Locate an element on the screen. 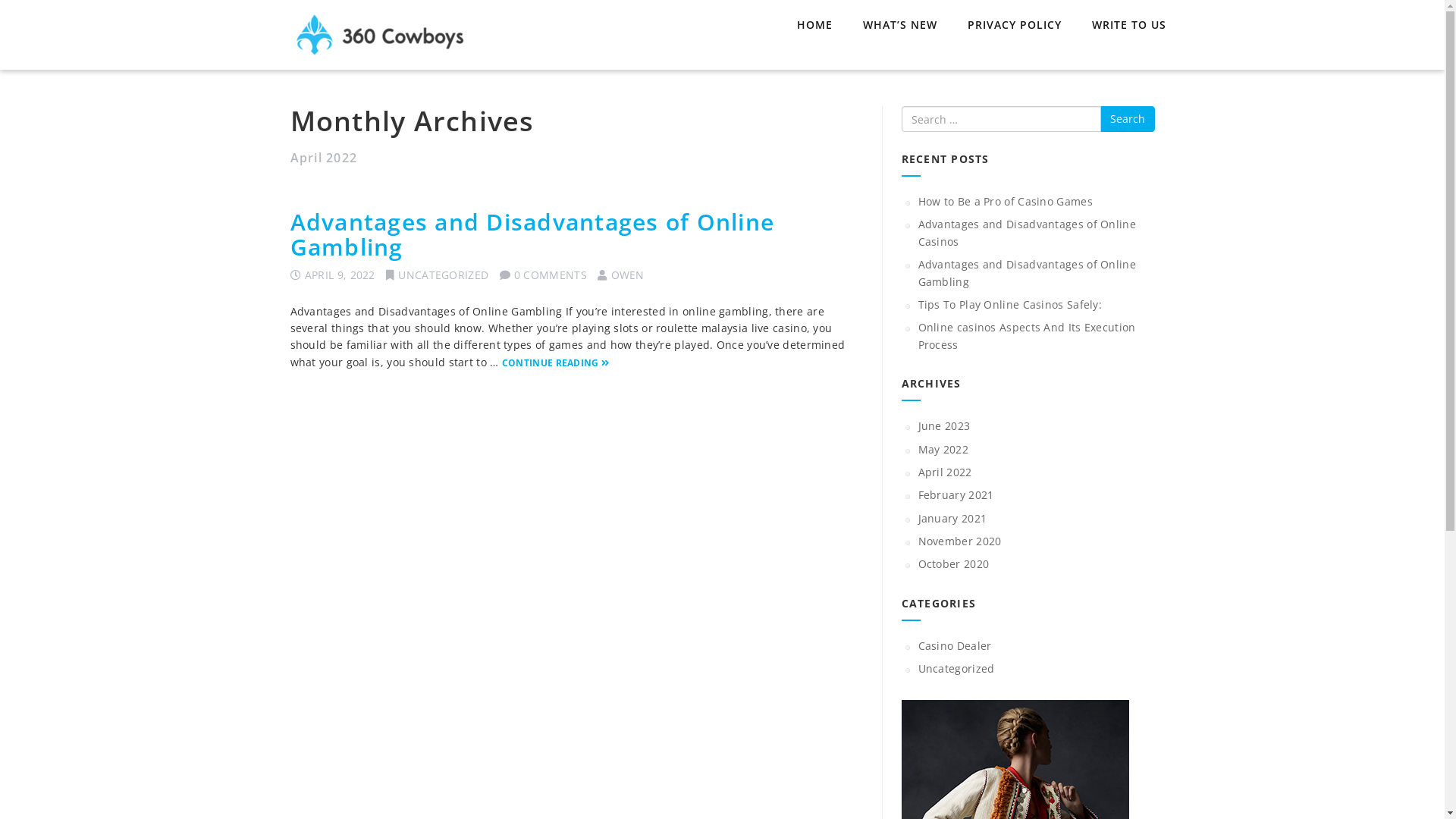 The image size is (1456, 819). 'February 2021' is located at coordinates (954, 494).